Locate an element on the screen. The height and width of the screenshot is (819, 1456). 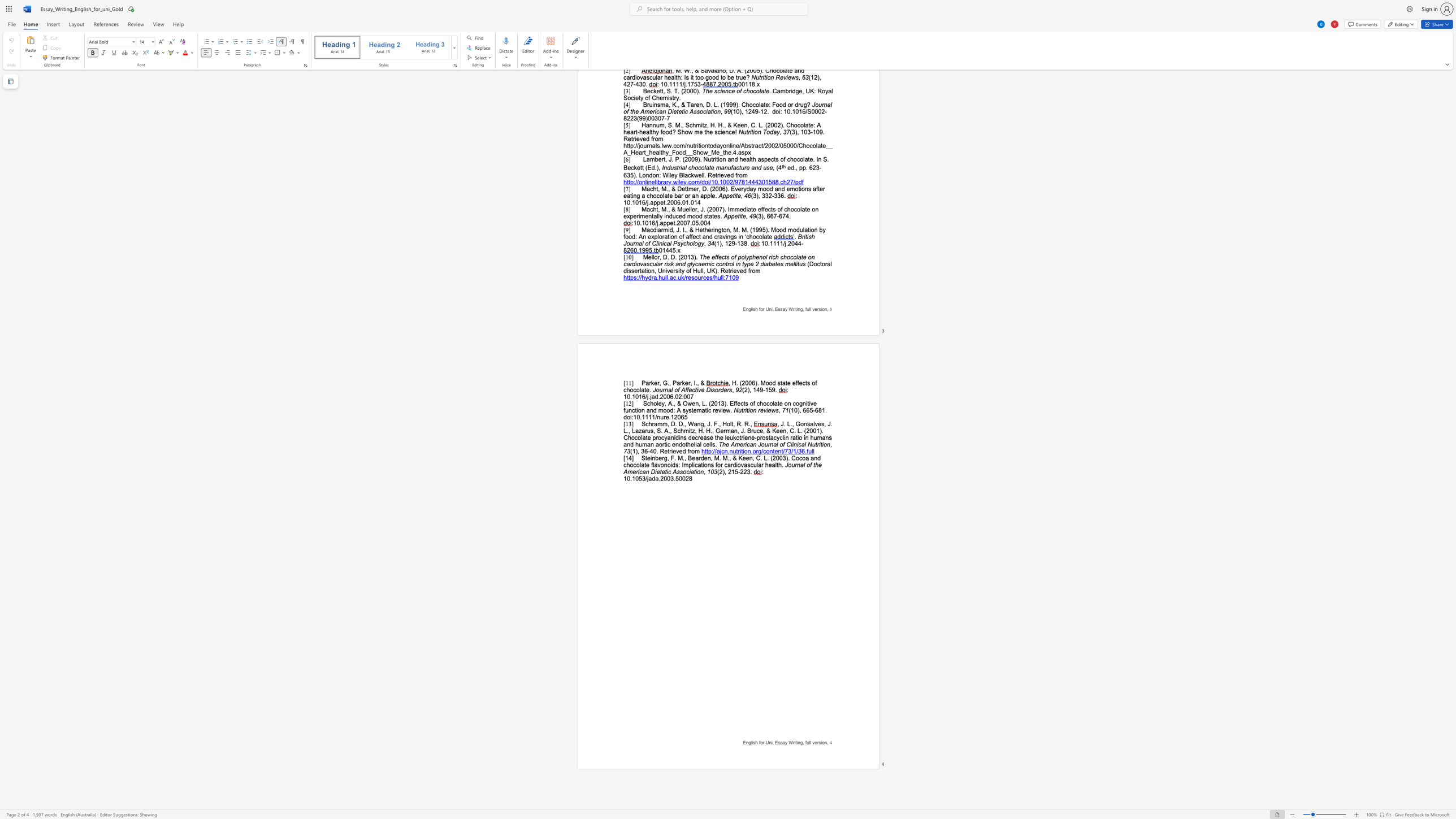
the subset text "Essay Writing, ful" within the text "English for Uni, Essay Writing, full version," is located at coordinates (775, 742).